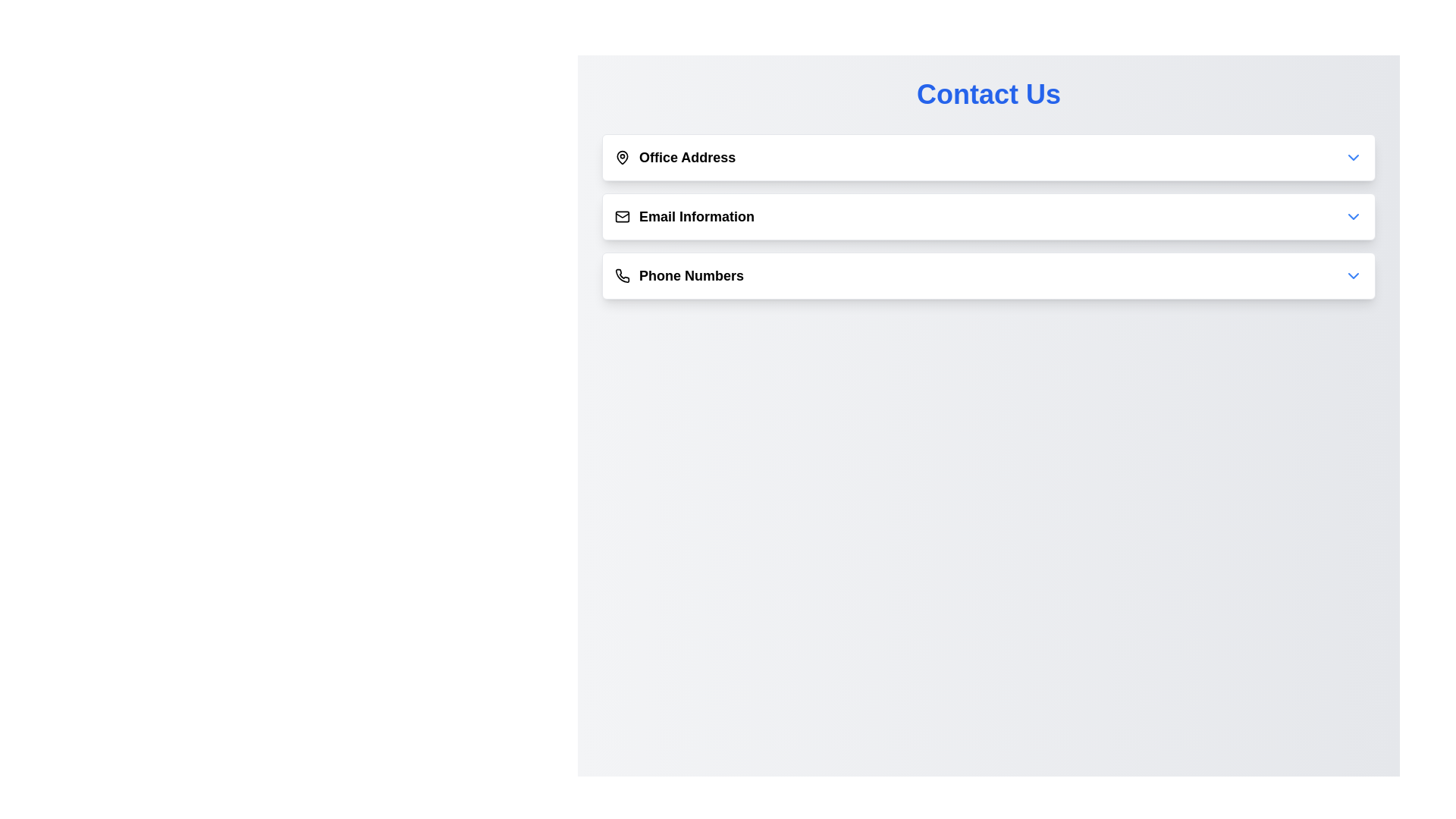 The image size is (1456, 819). What do you see at coordinates (622, 216) in the screenshot?
I see `the mail icon represented as a minimalist line-drawn envelope located to the left of the 'Email Information' label` at bounding box center [622, 216].